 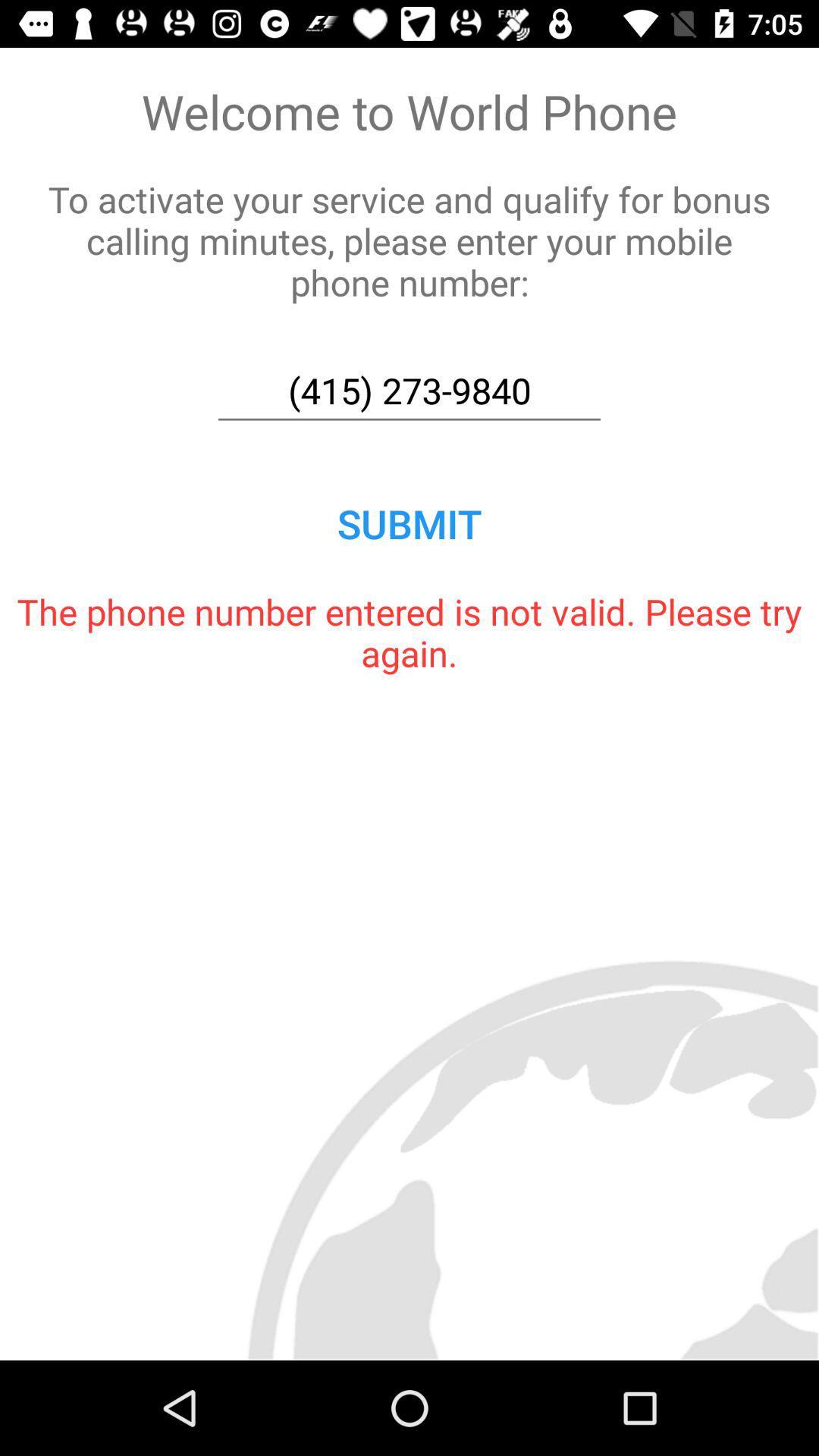 What do you see at coordinates (409, 391) in the screenshot?
I see `icon above the submit item` at bounding box center [409, 391].